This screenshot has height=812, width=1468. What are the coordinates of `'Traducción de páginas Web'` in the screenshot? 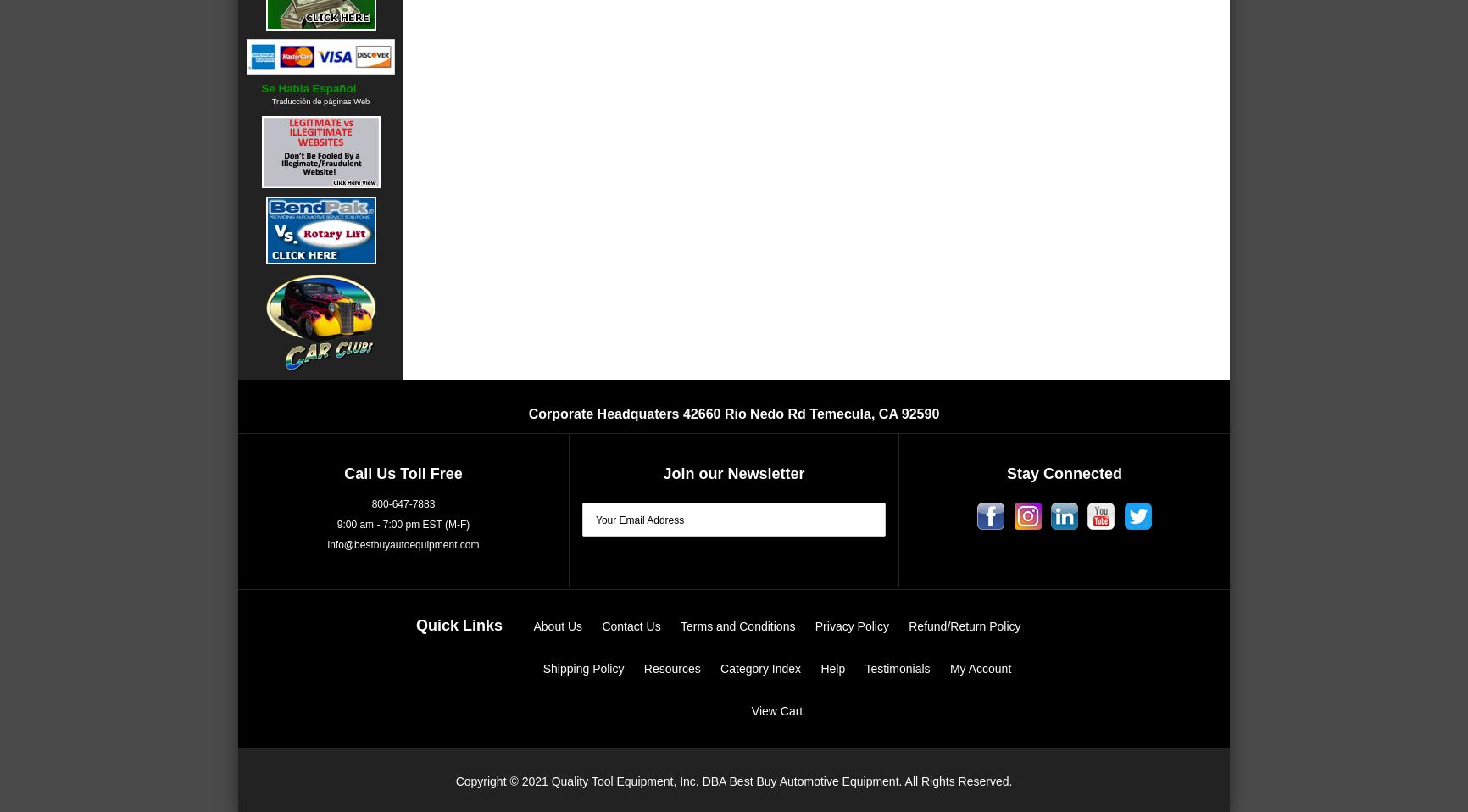 It's located at (319, 102).